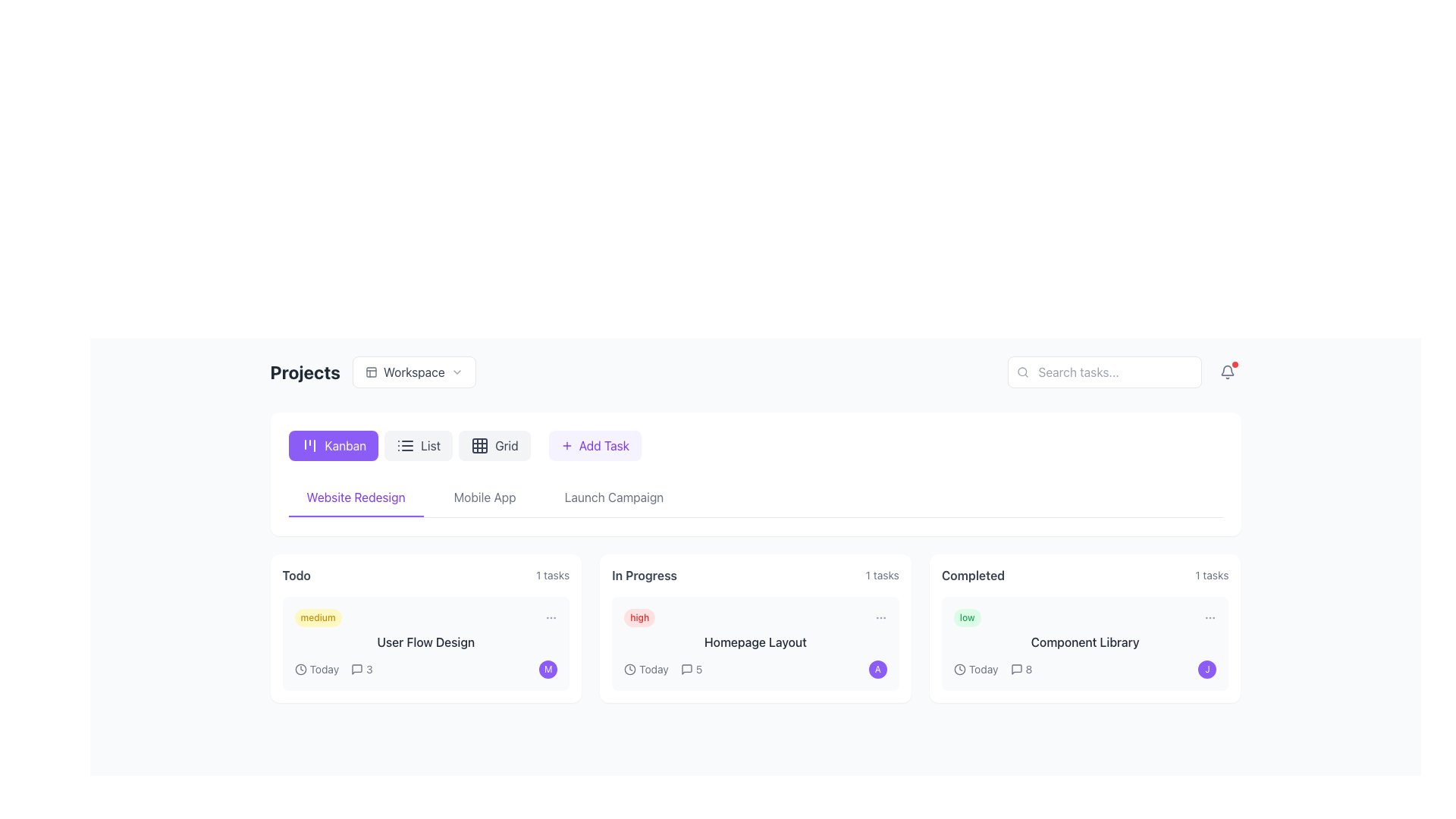 This screenshot has width=1456, height=819. What do you see at coordinates (614, 497) in the screenshot?
I see `the 'Launch Campaign' button, which is the third tab in a row of three tabs below the 'Projects' heading, to change its appearance` at bounding box center [614, 497].